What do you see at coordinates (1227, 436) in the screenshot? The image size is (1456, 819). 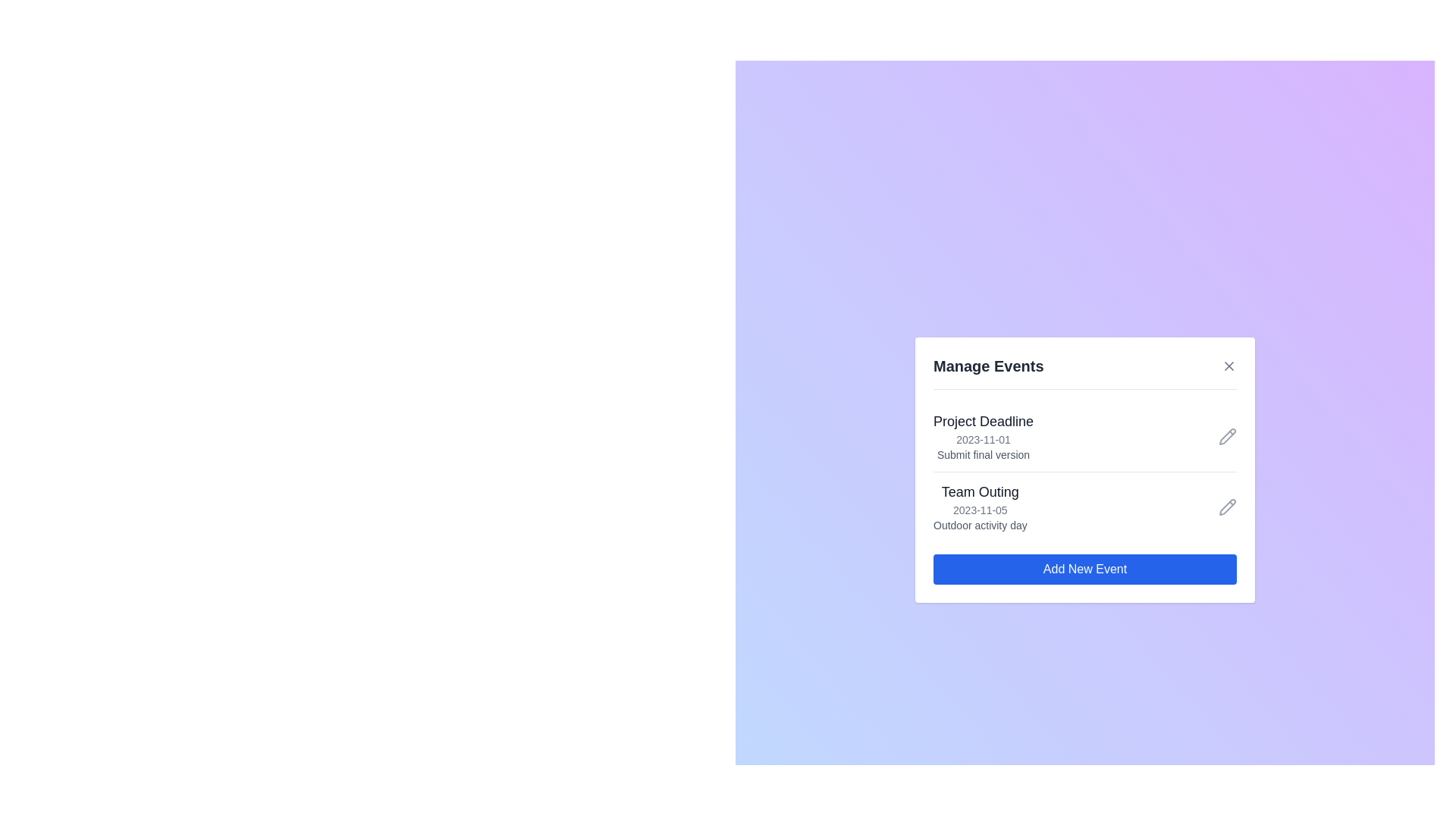 I see `the edit icon for the event titled 'Project Deadline'` at bounding box center [1227, 436].